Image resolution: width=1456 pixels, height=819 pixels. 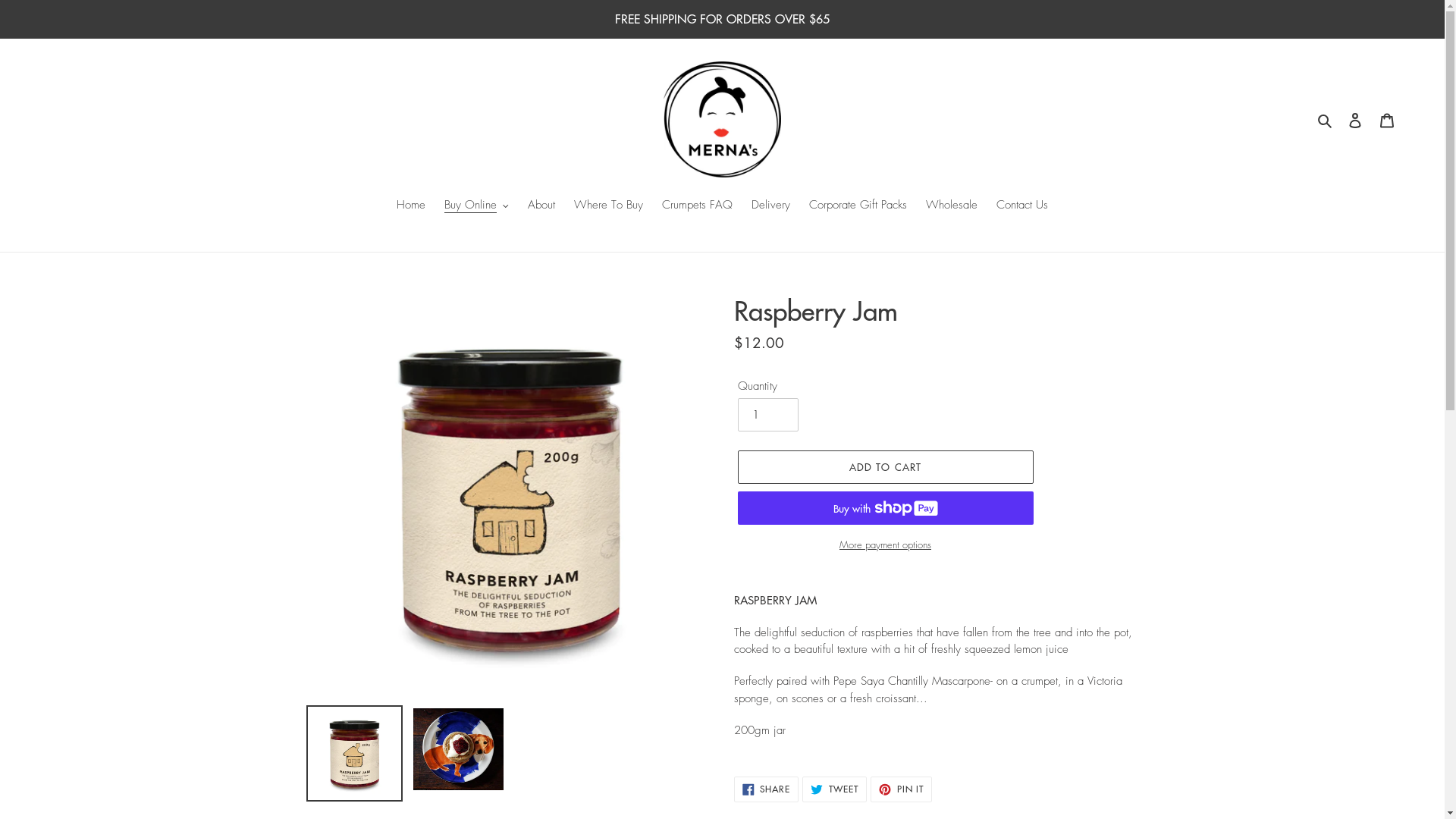 What do you see at coordinates (801, 789) in the screenshot?
I see `'TWEET` at bounding box center [801, 789].